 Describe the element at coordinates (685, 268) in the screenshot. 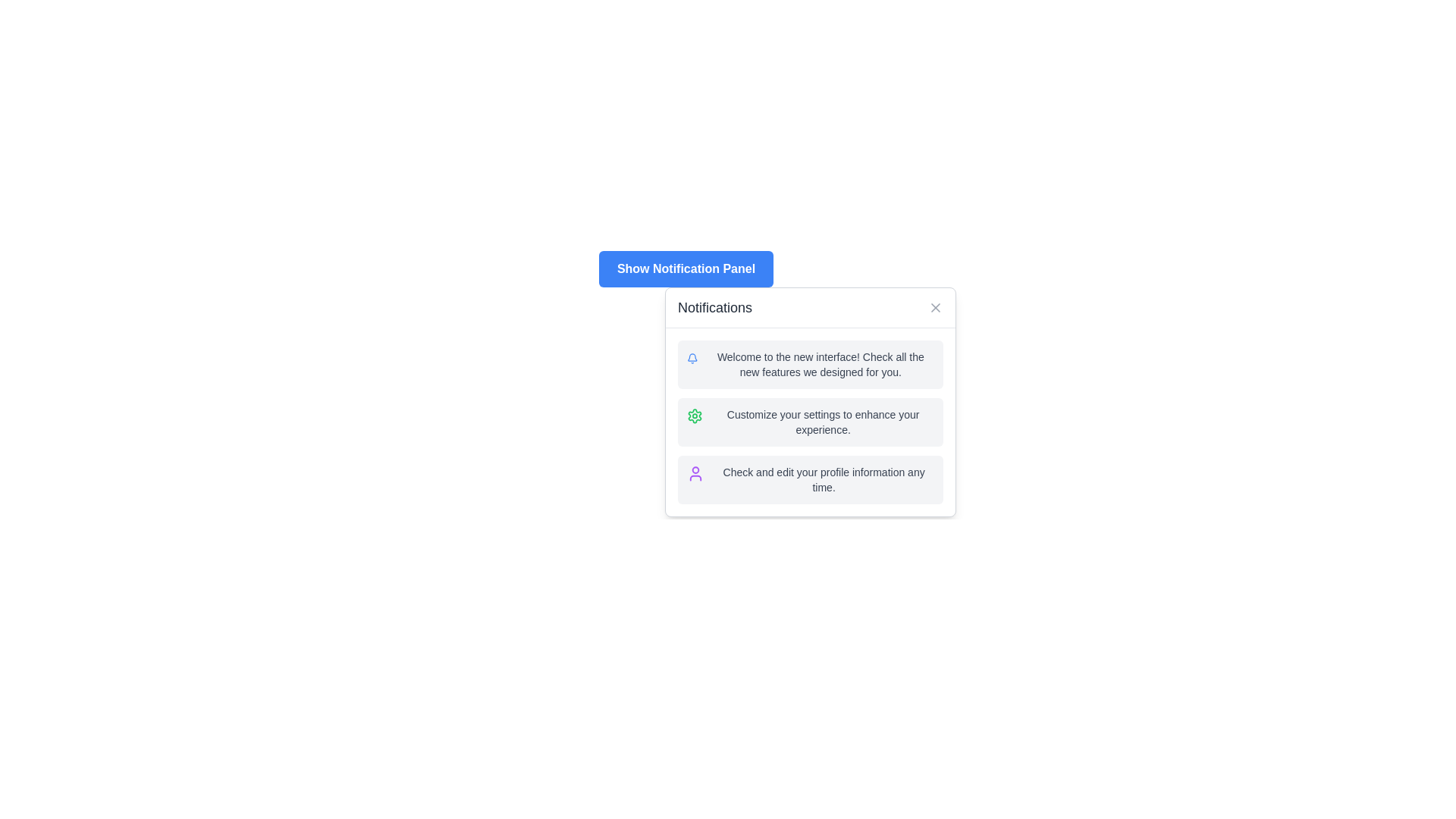

I see `the button labeled 'Show Notification Panel' which has a blue background and white text` at that location.